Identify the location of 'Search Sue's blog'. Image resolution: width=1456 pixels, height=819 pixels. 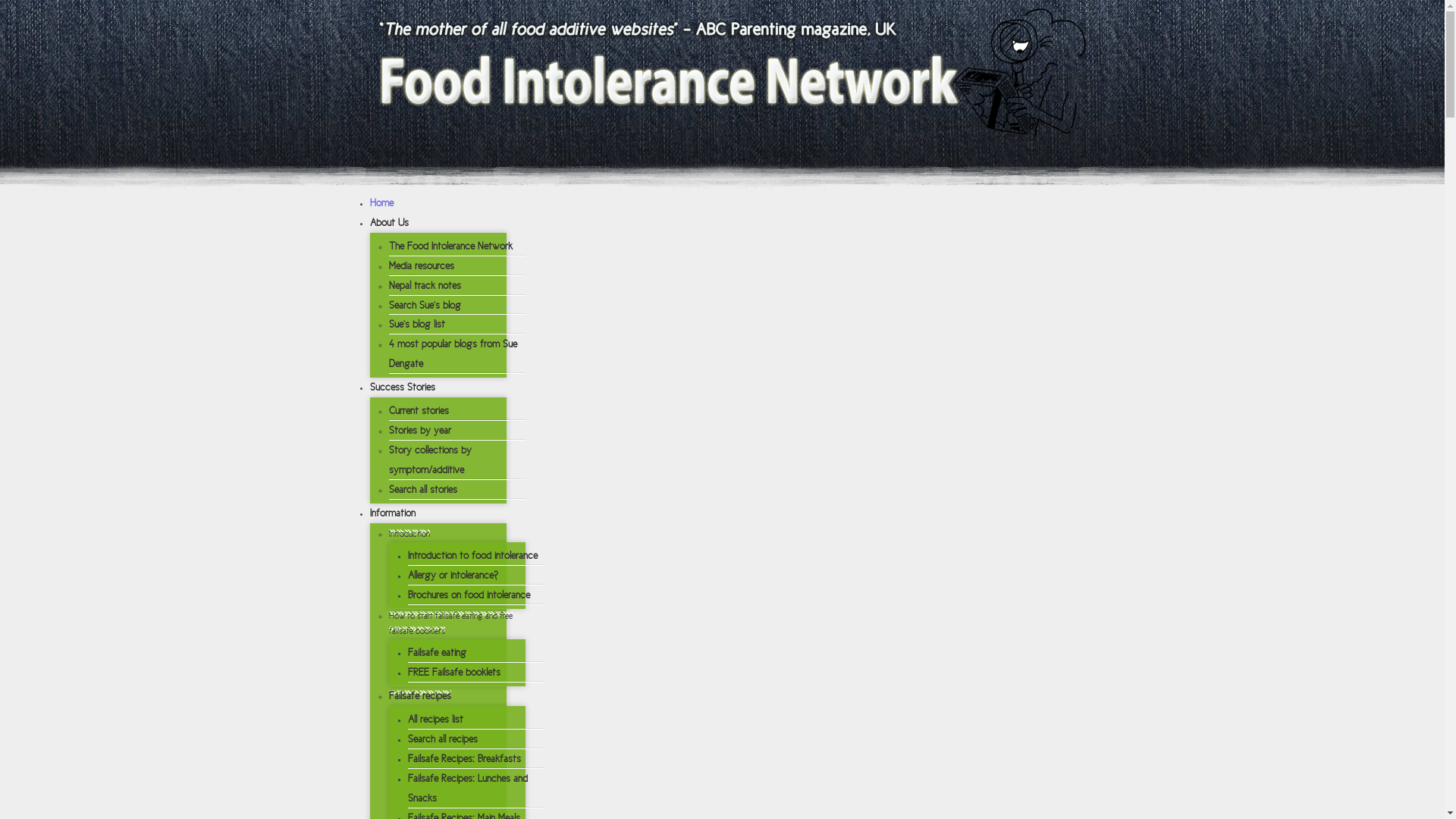
(424, 305).